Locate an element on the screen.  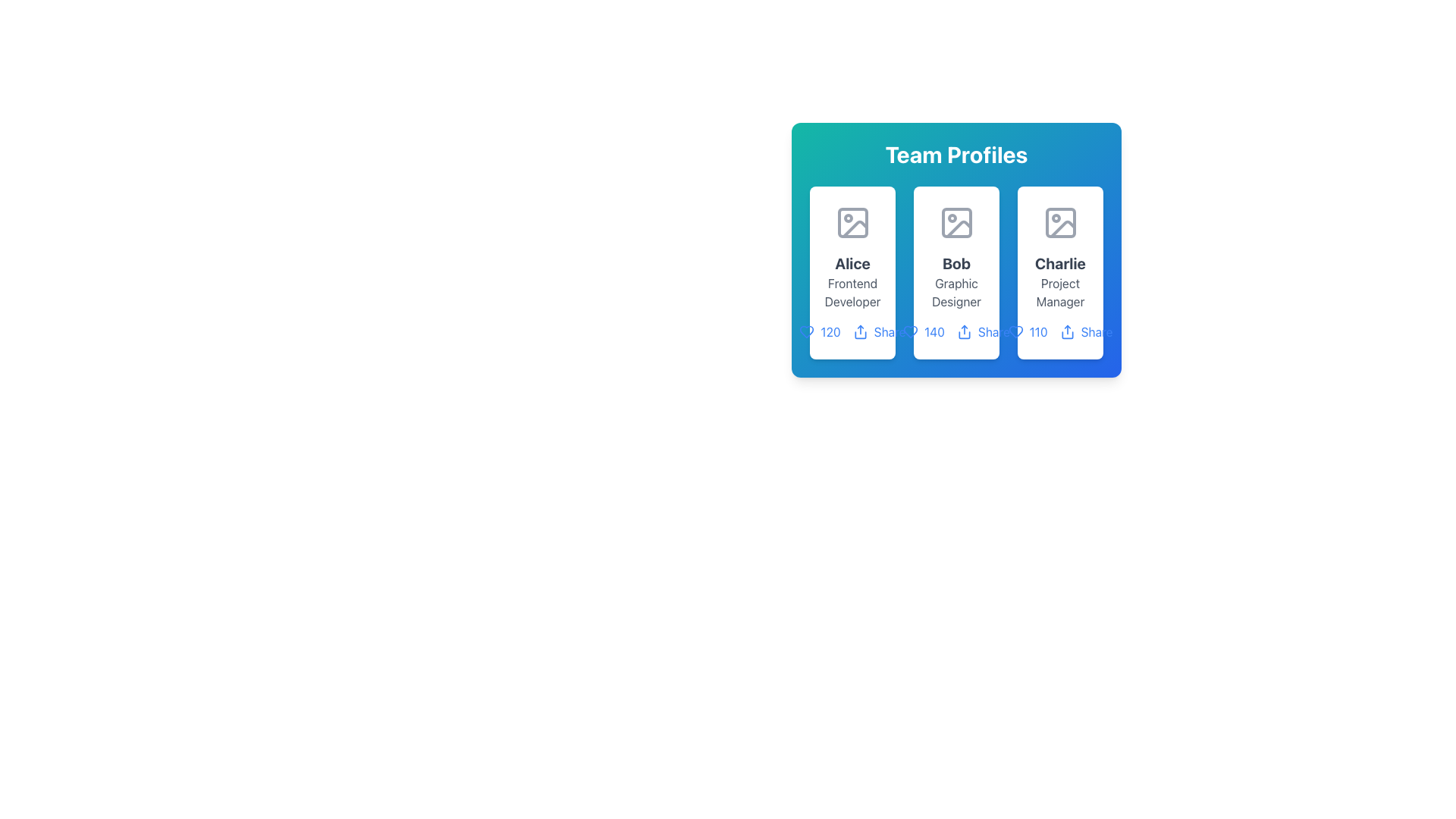
the heart-shaped icon associated with the 'Charlie' profile in the 'Team Profiles' section is located at coordinates (1015, 331).